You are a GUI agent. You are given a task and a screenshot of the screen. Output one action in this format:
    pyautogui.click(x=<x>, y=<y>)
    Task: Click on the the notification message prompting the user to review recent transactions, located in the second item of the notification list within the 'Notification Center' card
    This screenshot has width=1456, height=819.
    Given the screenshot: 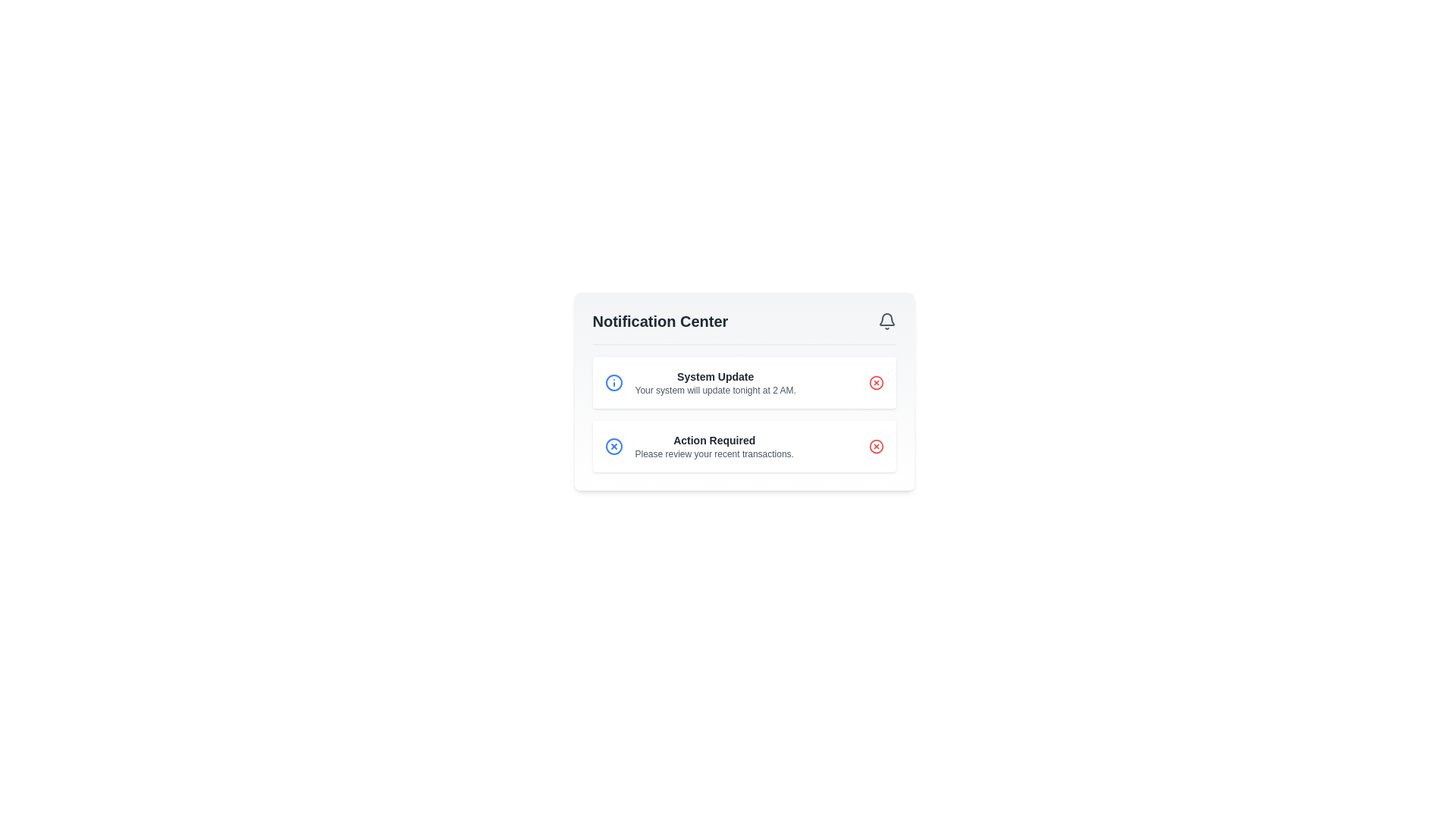 What is the action you would take?
    pyautogui.click(x=714, y=446)
    